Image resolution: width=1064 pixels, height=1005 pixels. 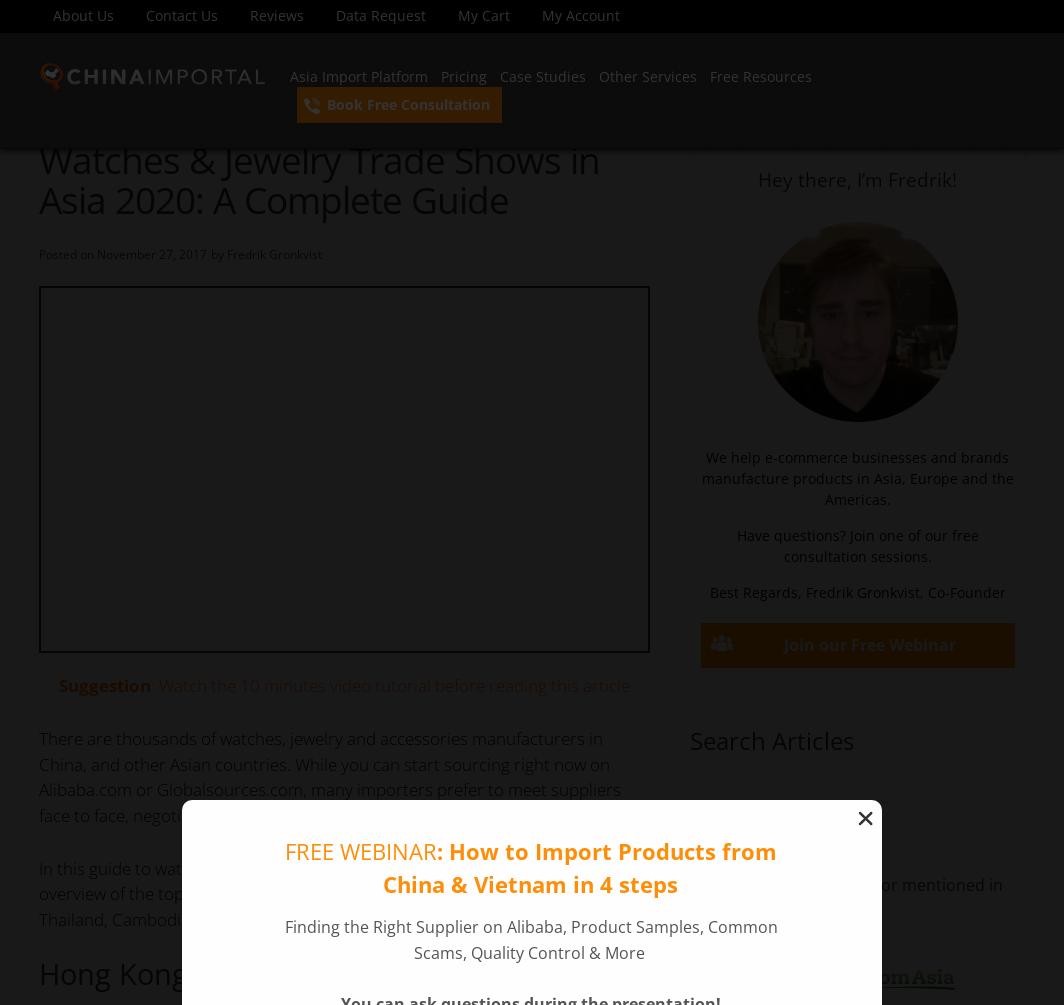 What do you see at coordinates (569, 958) in the screenshot?
I see `'cookie policy'` at bounding box center [569, 958].